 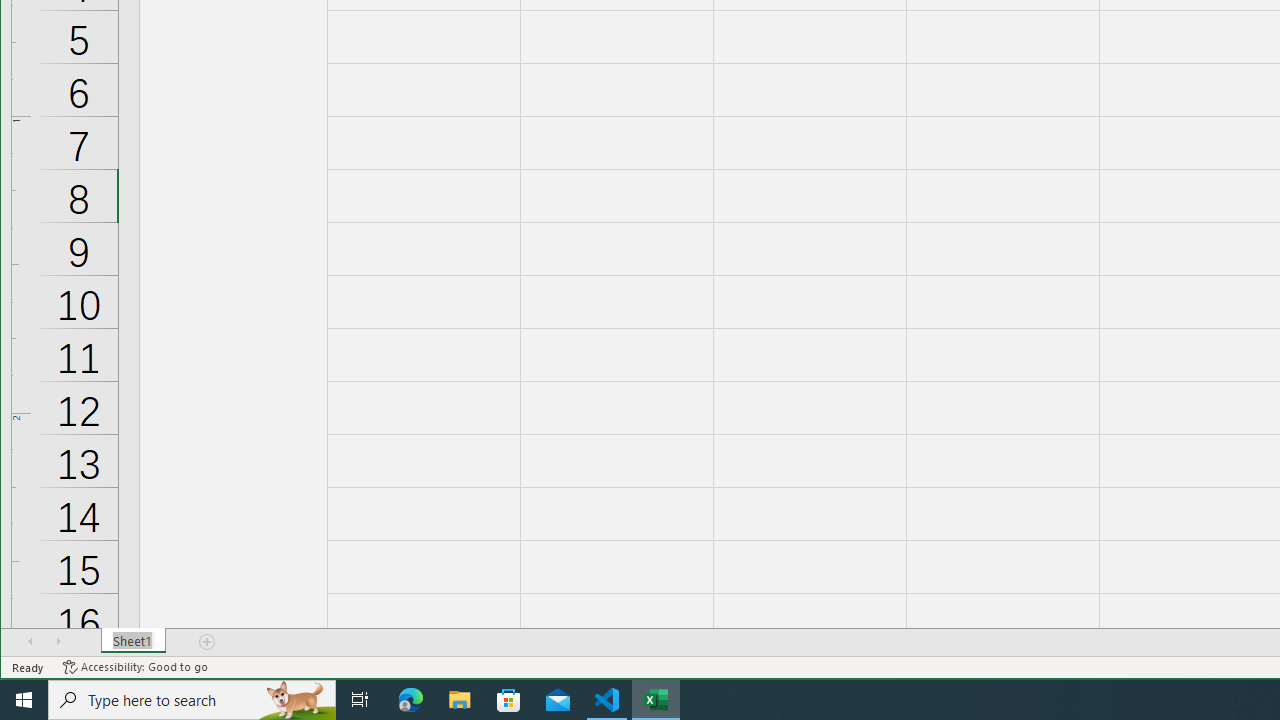 What do you see at coordinates (359, 698) in the screenshot?
I see `'Task View'` at bounding box center [359, 698].